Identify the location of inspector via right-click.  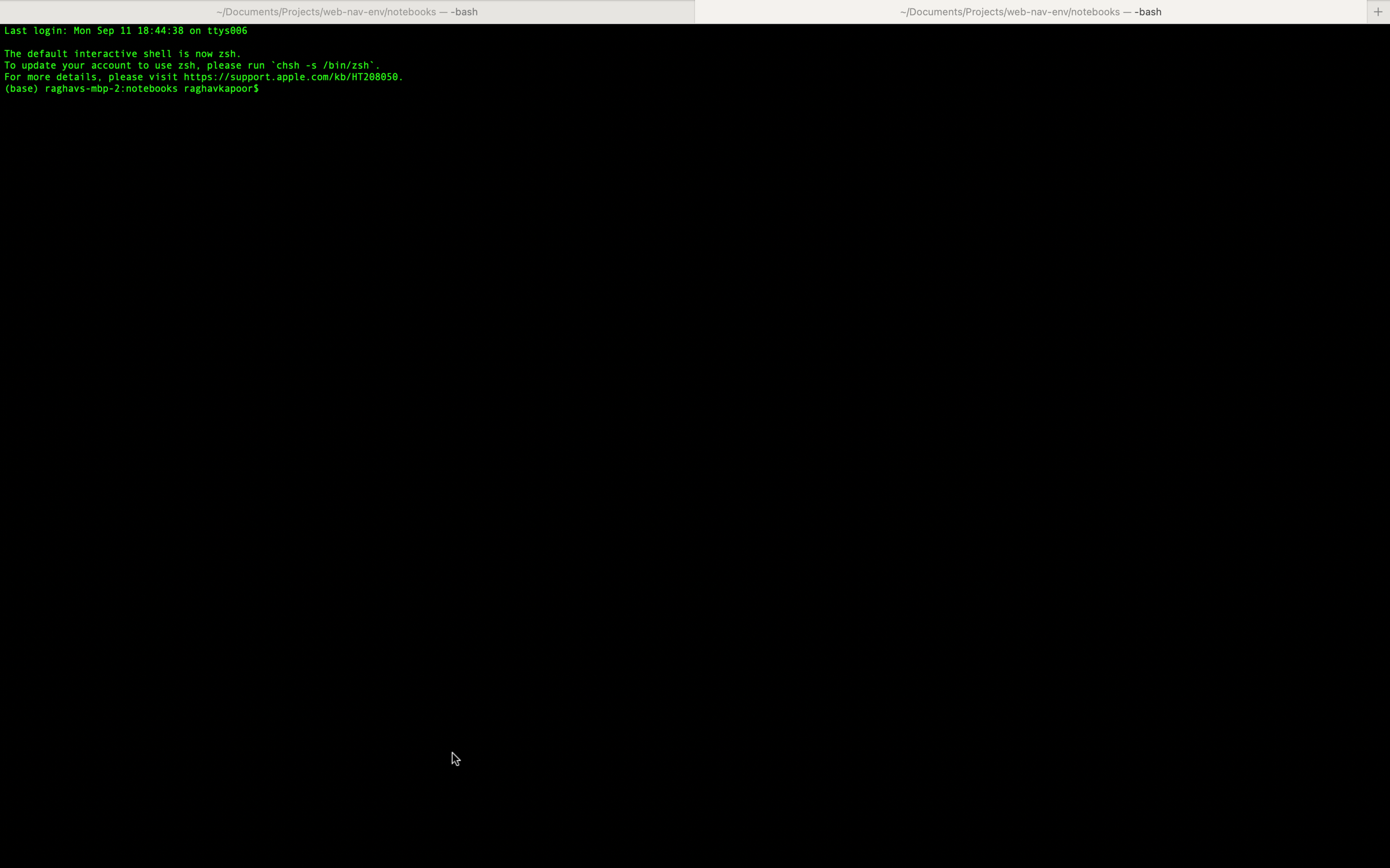
(697, 482).